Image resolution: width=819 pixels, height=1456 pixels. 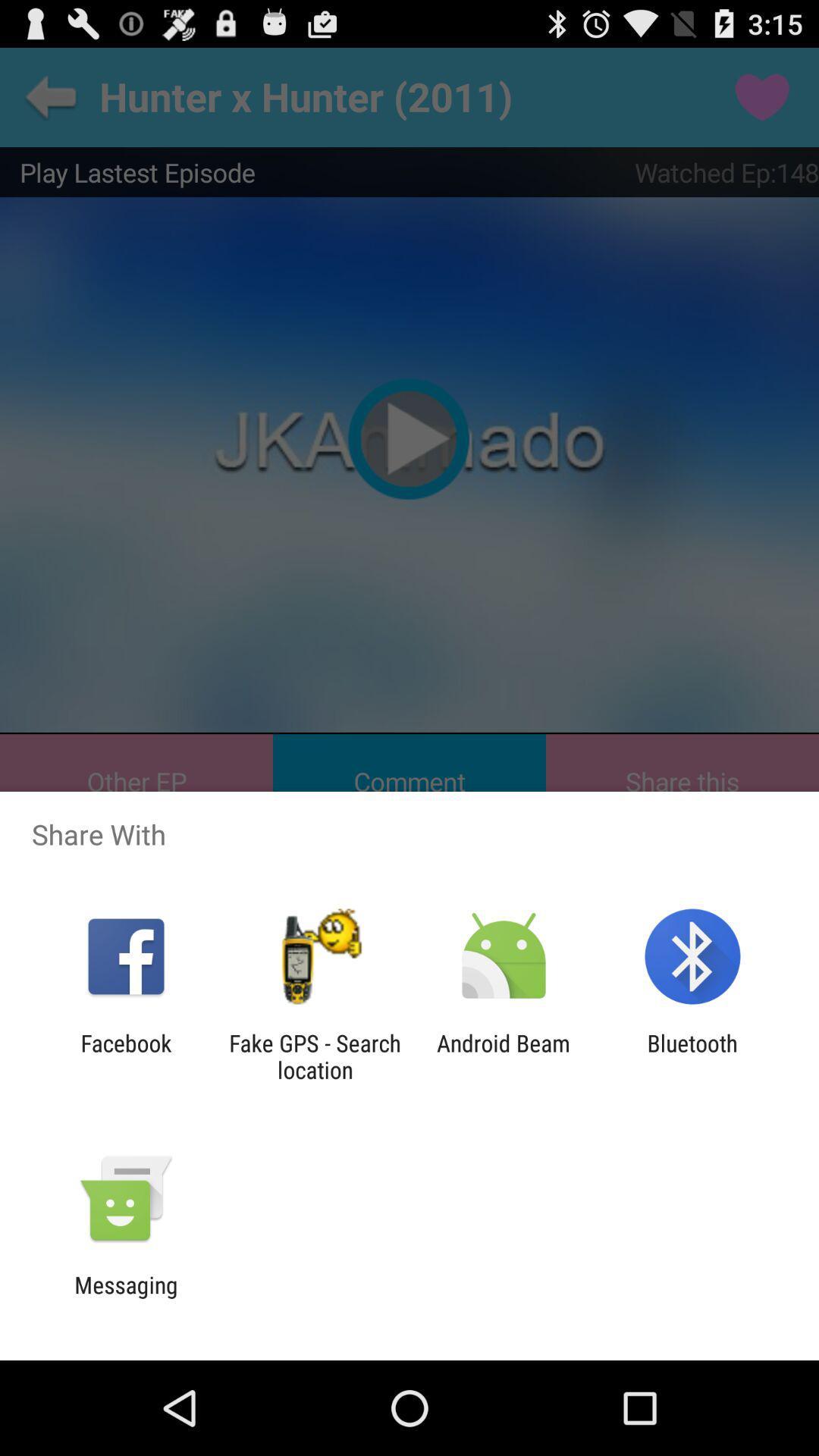 I want to click on app at the bottom right corner, so click(x=692, y=1056).